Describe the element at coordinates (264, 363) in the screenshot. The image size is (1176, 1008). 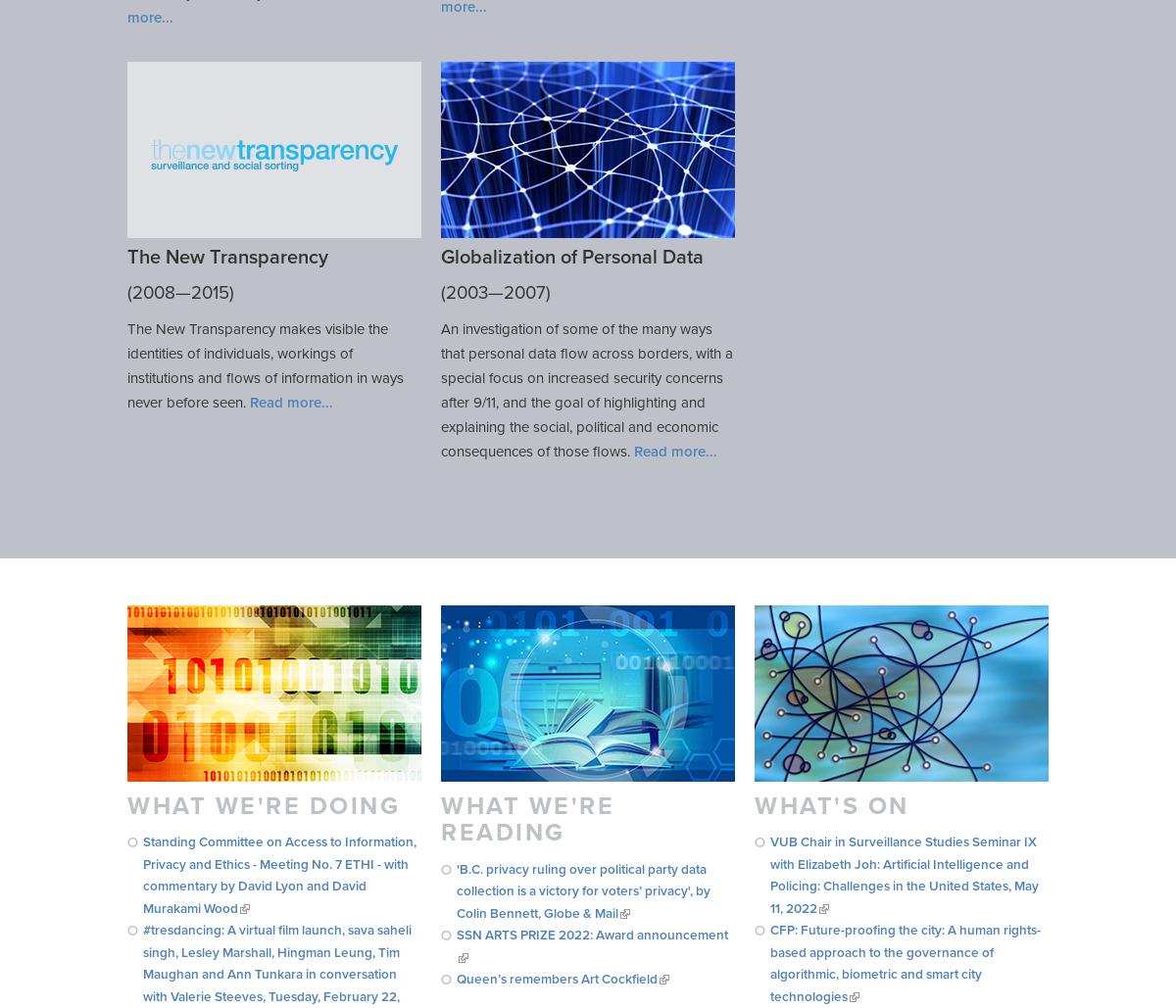
I see `'The New Transparency makes visible the identities of individuals, workings of institutions and flows of information in ways never before seen.'` at that location.